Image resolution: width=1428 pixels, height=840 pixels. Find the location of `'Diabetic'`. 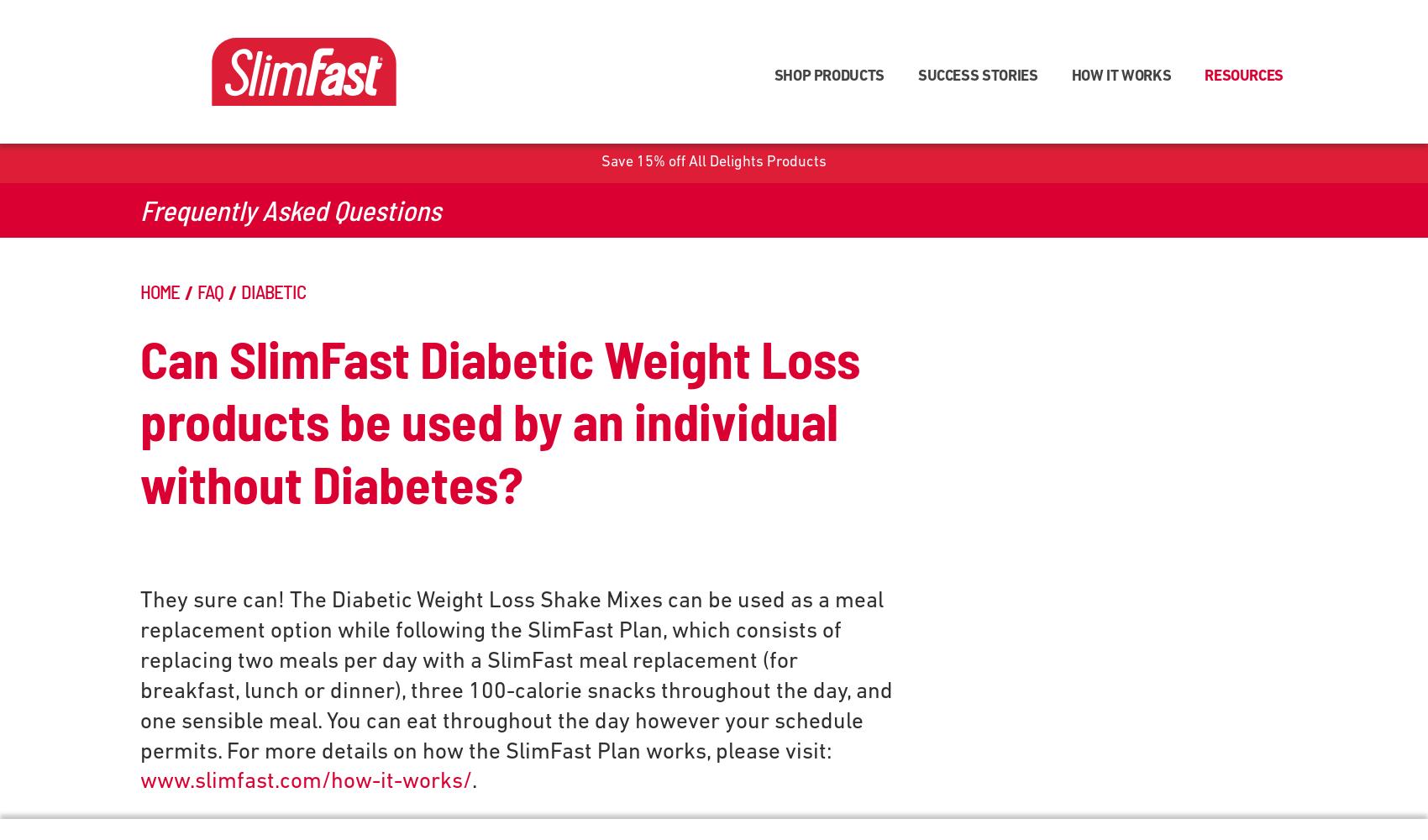

'Diabetic' is located at coordinates (272, 290).